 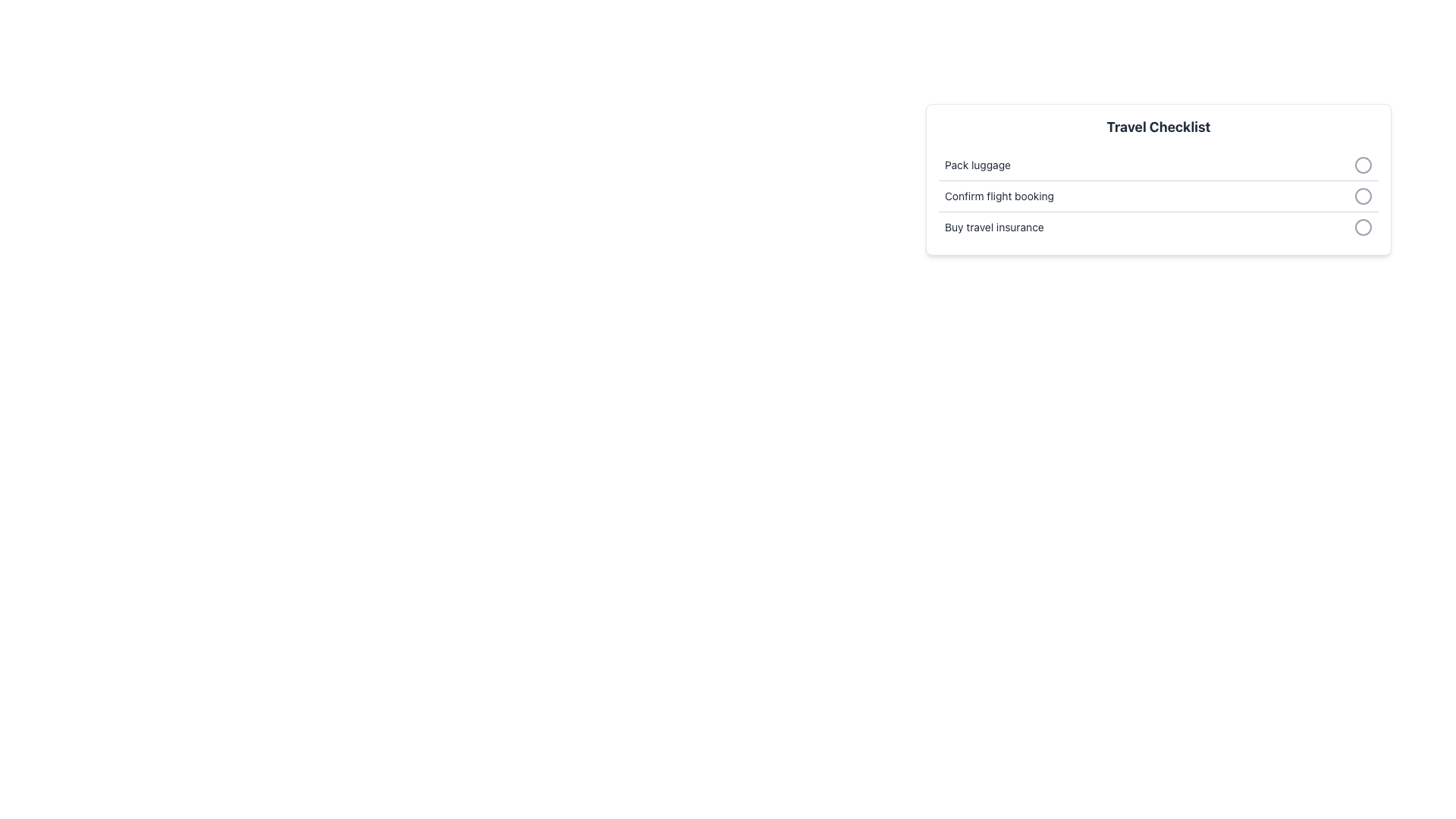 I want to click on the circular SVG shape with a gray border, which is the inner circle of the toggle located next to the text 'Confirm flight booking' in the checklist interface, so click(x=1363, y=195).